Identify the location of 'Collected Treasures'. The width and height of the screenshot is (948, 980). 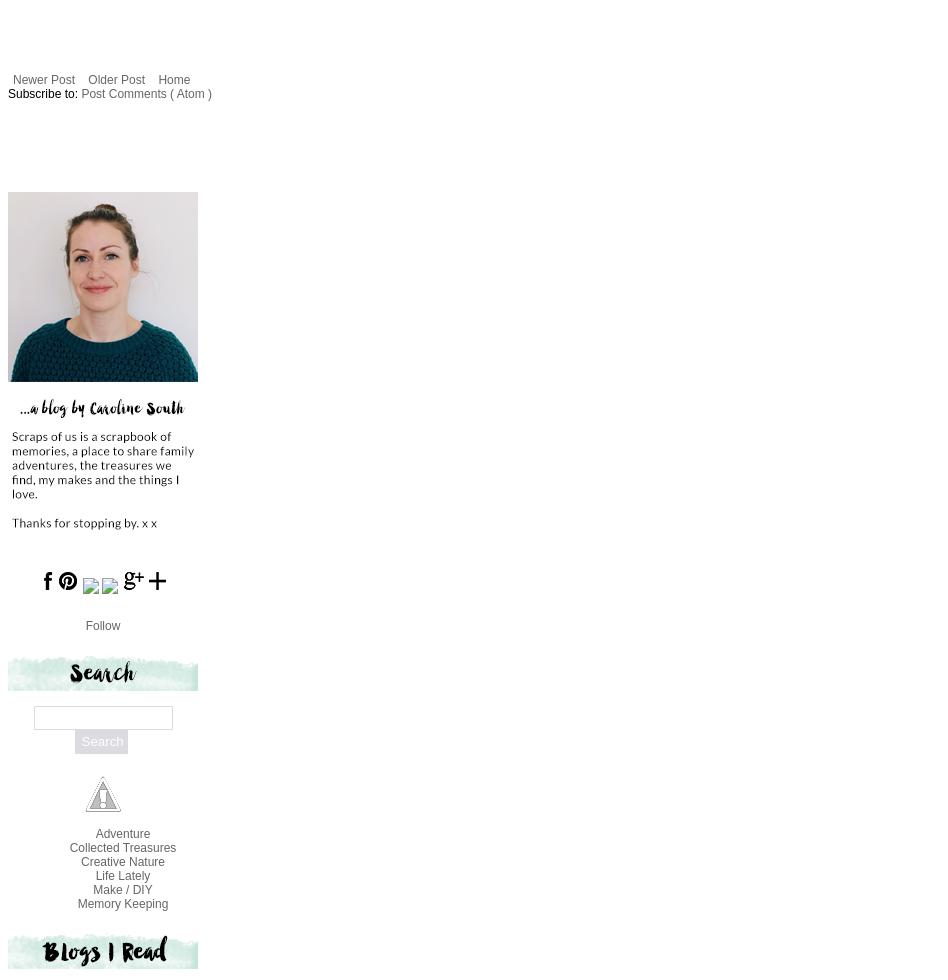
(121, 847).